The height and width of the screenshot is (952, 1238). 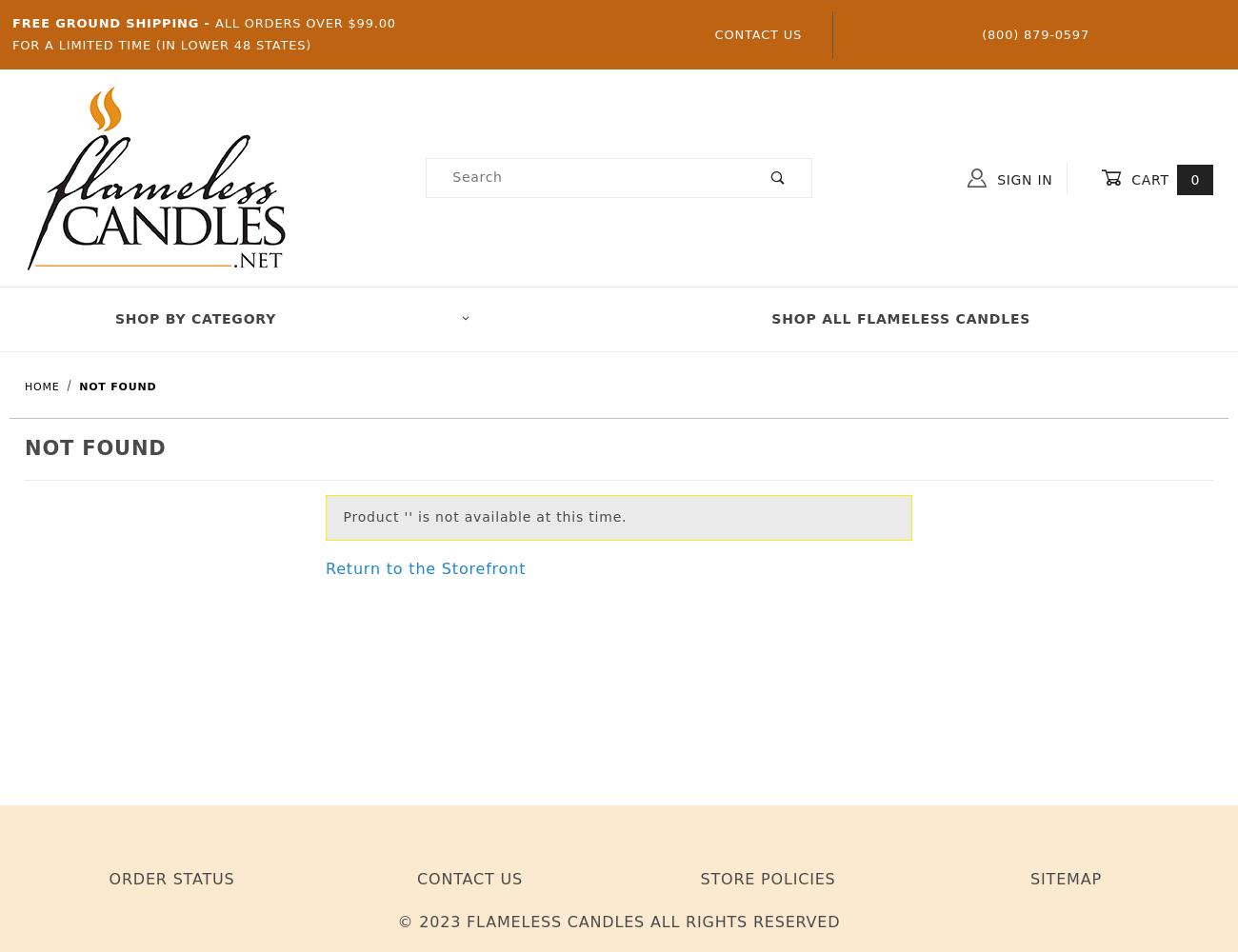 What do you see at coordinates (700, 879) in the screenshot?
I see `'Store Policies'` at bounding box center [700, 879].